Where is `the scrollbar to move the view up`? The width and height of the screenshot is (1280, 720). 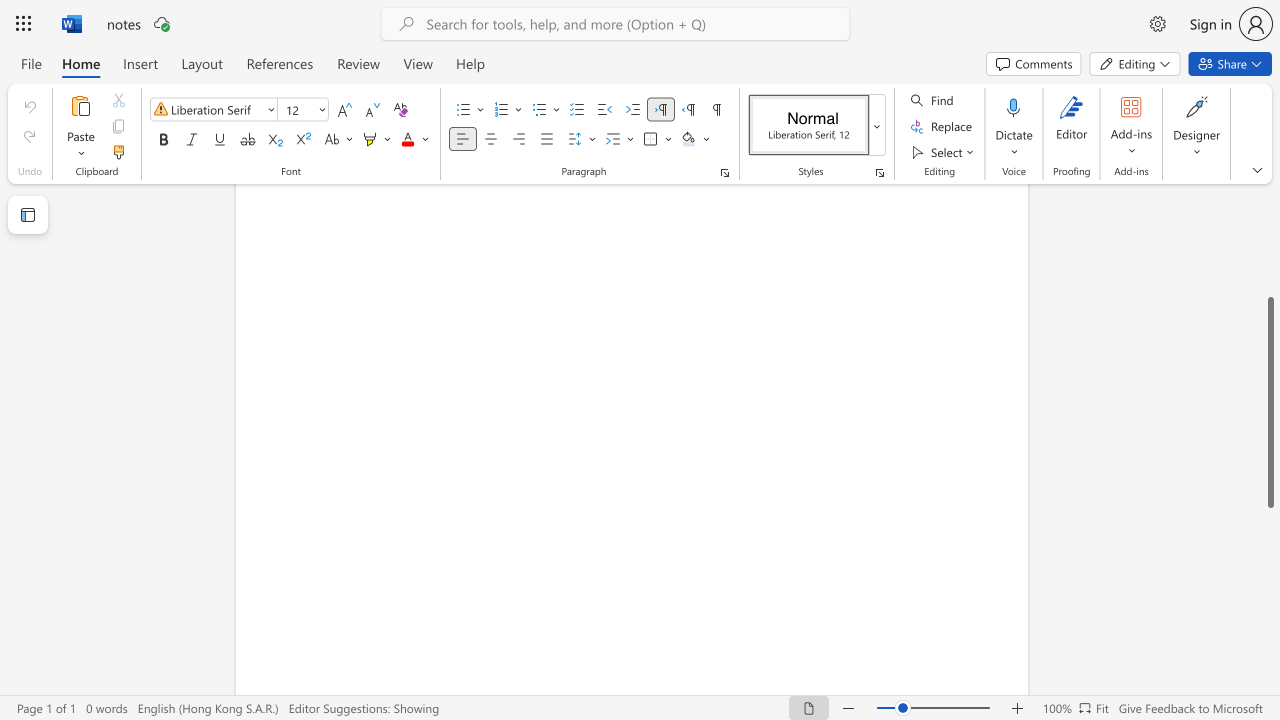
the scrollbar to move the view up is located at coordinates (1269, 270).